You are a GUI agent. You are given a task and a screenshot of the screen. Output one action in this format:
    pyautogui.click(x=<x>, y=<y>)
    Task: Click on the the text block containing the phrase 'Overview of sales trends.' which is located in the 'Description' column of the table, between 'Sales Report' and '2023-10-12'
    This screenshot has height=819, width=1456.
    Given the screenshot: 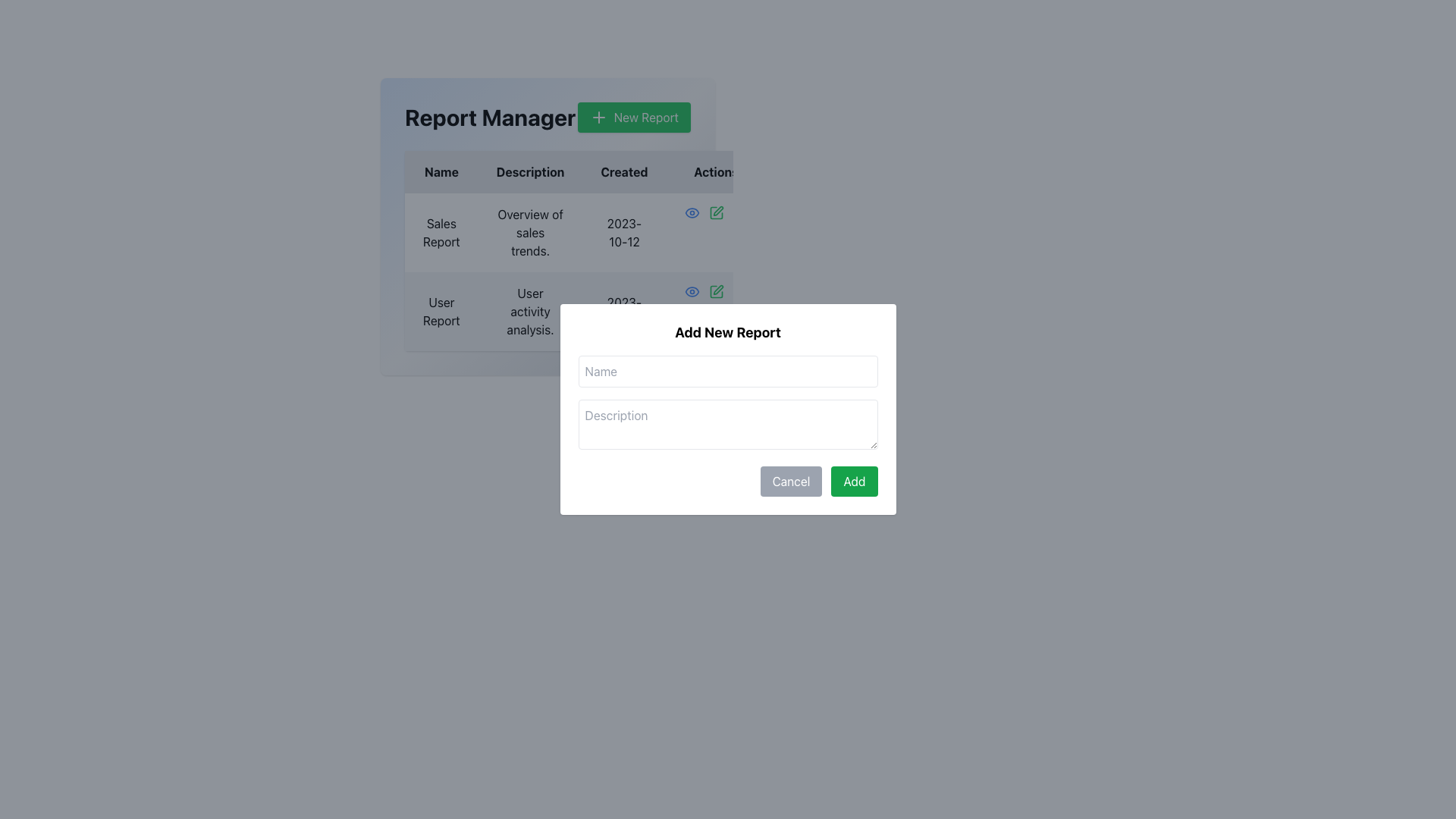 What is the action you would take?
    pyautogui.click(x=530, y=233)
    